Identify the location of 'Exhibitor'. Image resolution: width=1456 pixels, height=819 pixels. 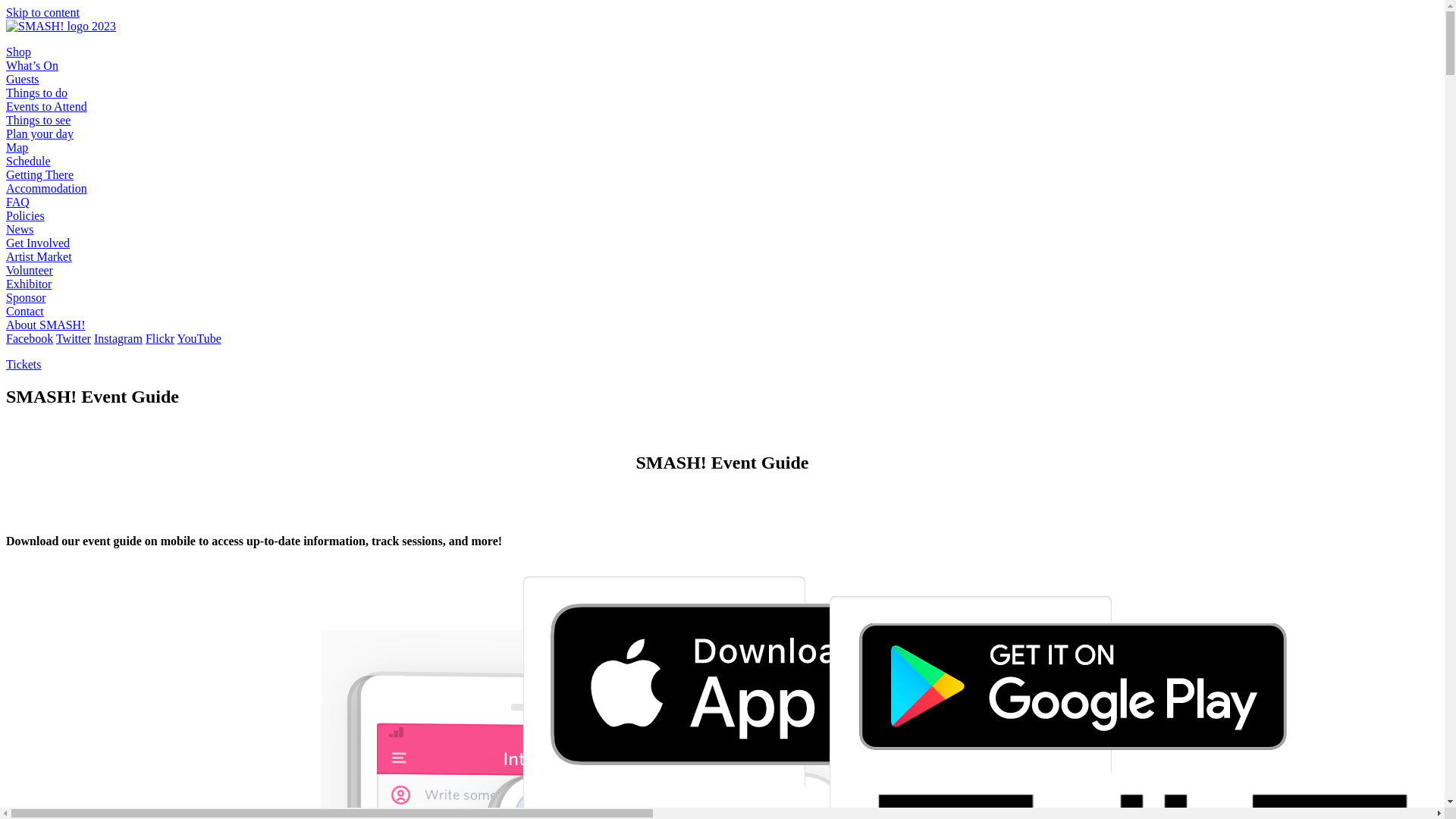
(29, 284).